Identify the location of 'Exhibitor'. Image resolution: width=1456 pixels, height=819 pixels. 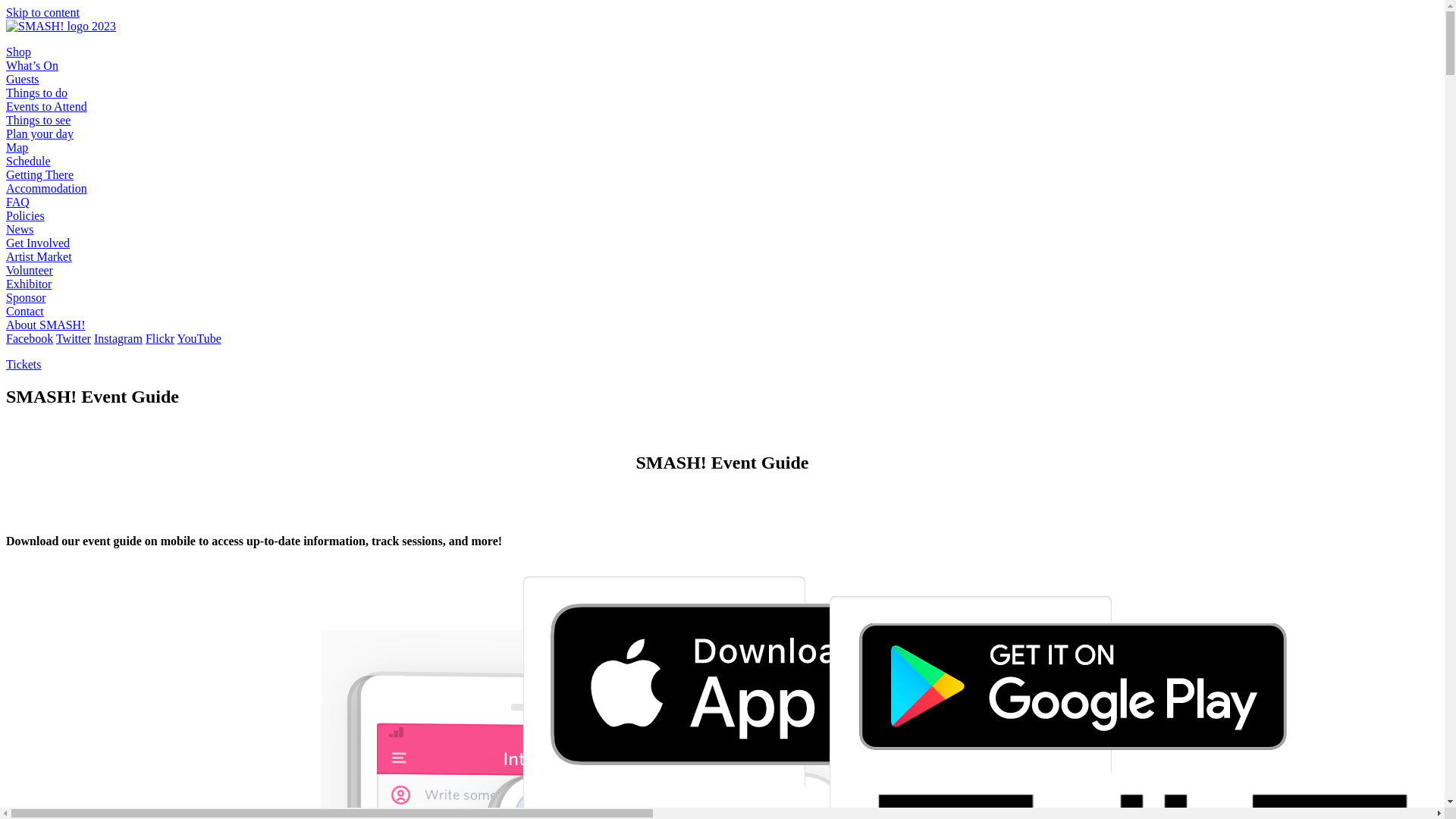
(29, 284).